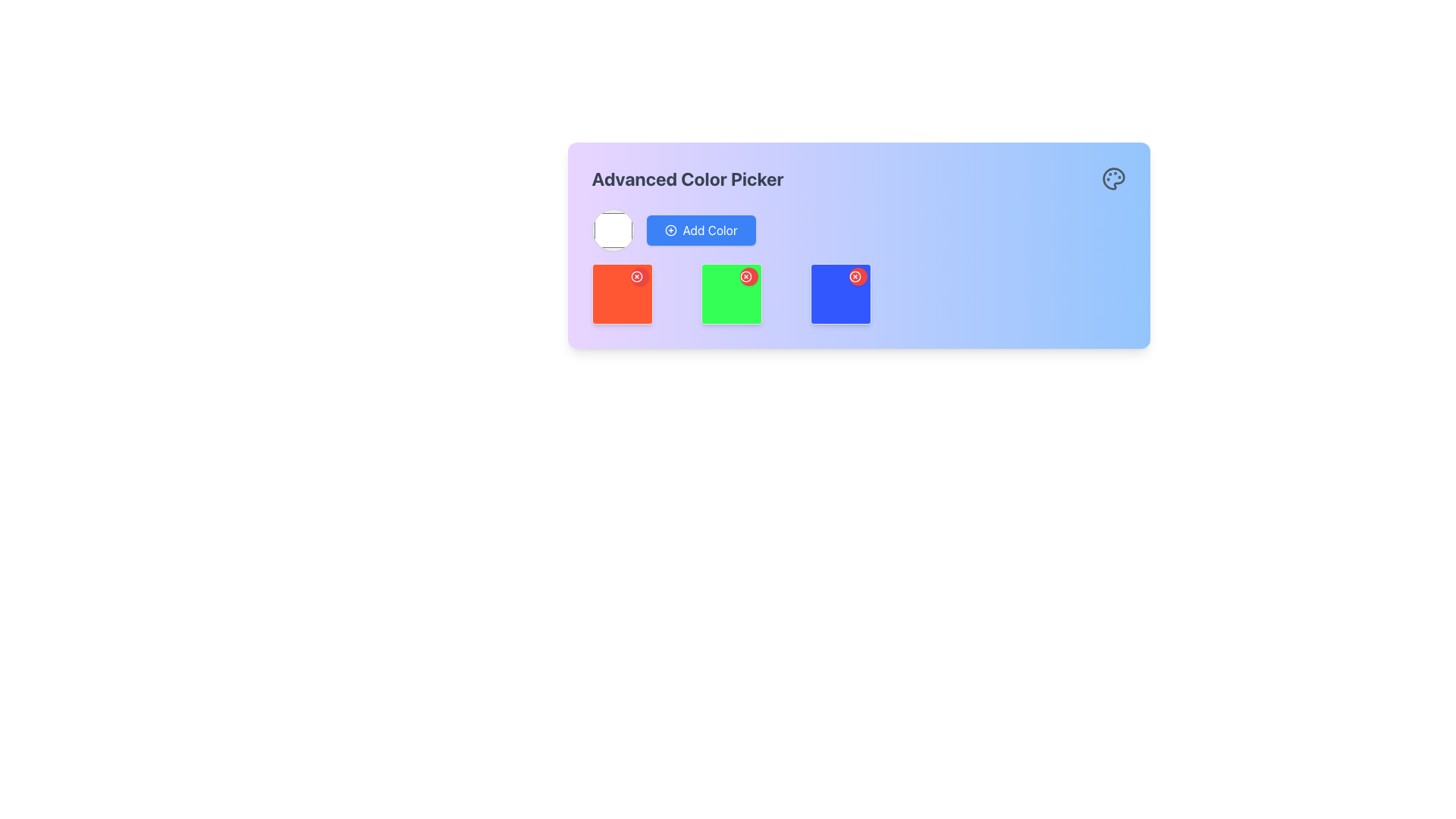 The width and height of the screenshot is (1456, 819). What do you see at coordinates (855, 277) in the screenshot?
I see `the circular graphical component which is part of the close or selection marker located within the blue square block, the third square from the left in the bottom row of the grid under the 'Advanced Color Picker' heading` at bounding box center [855, 277].